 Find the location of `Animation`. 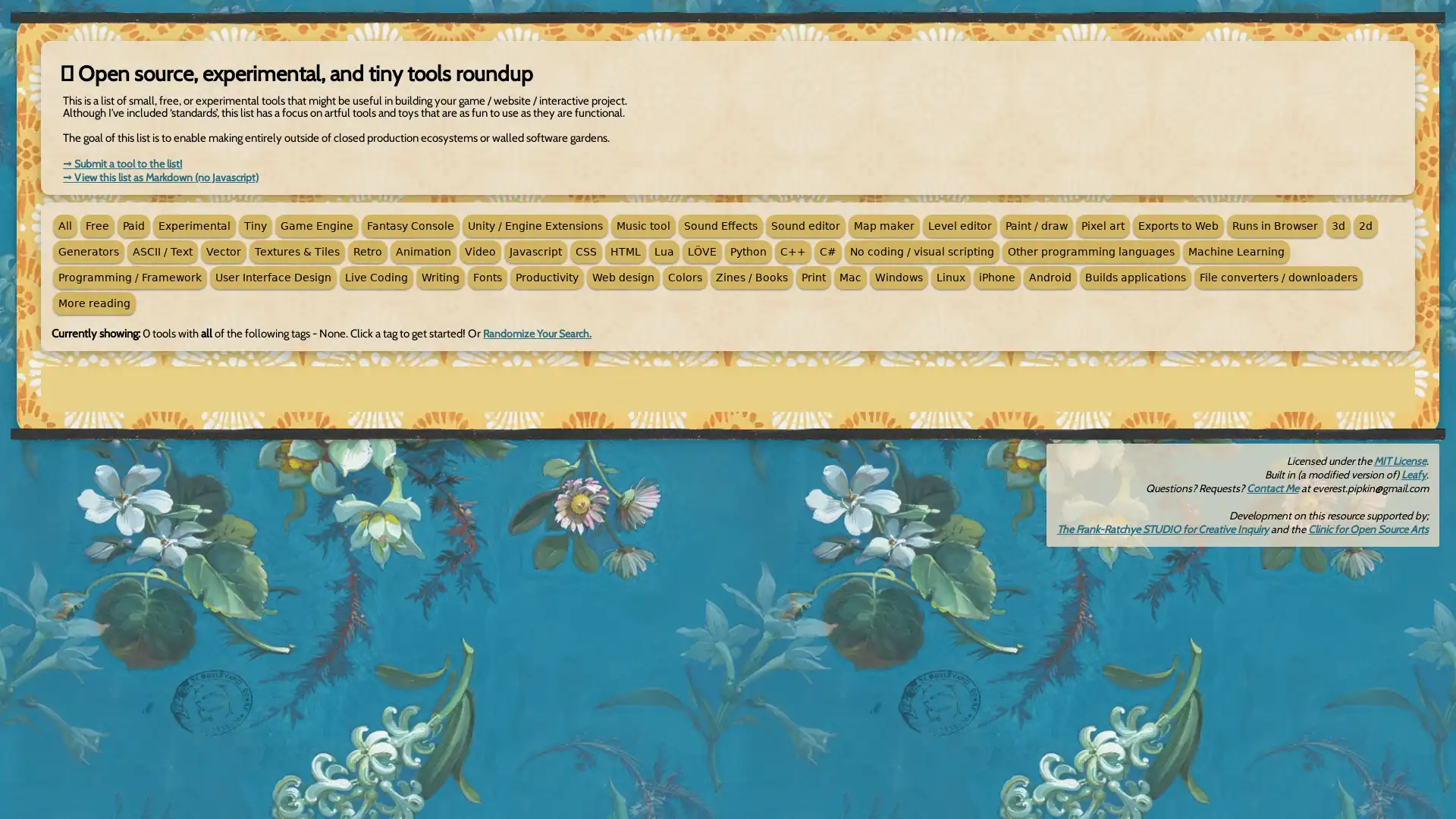

Animation is located at coordinates (423, 250).